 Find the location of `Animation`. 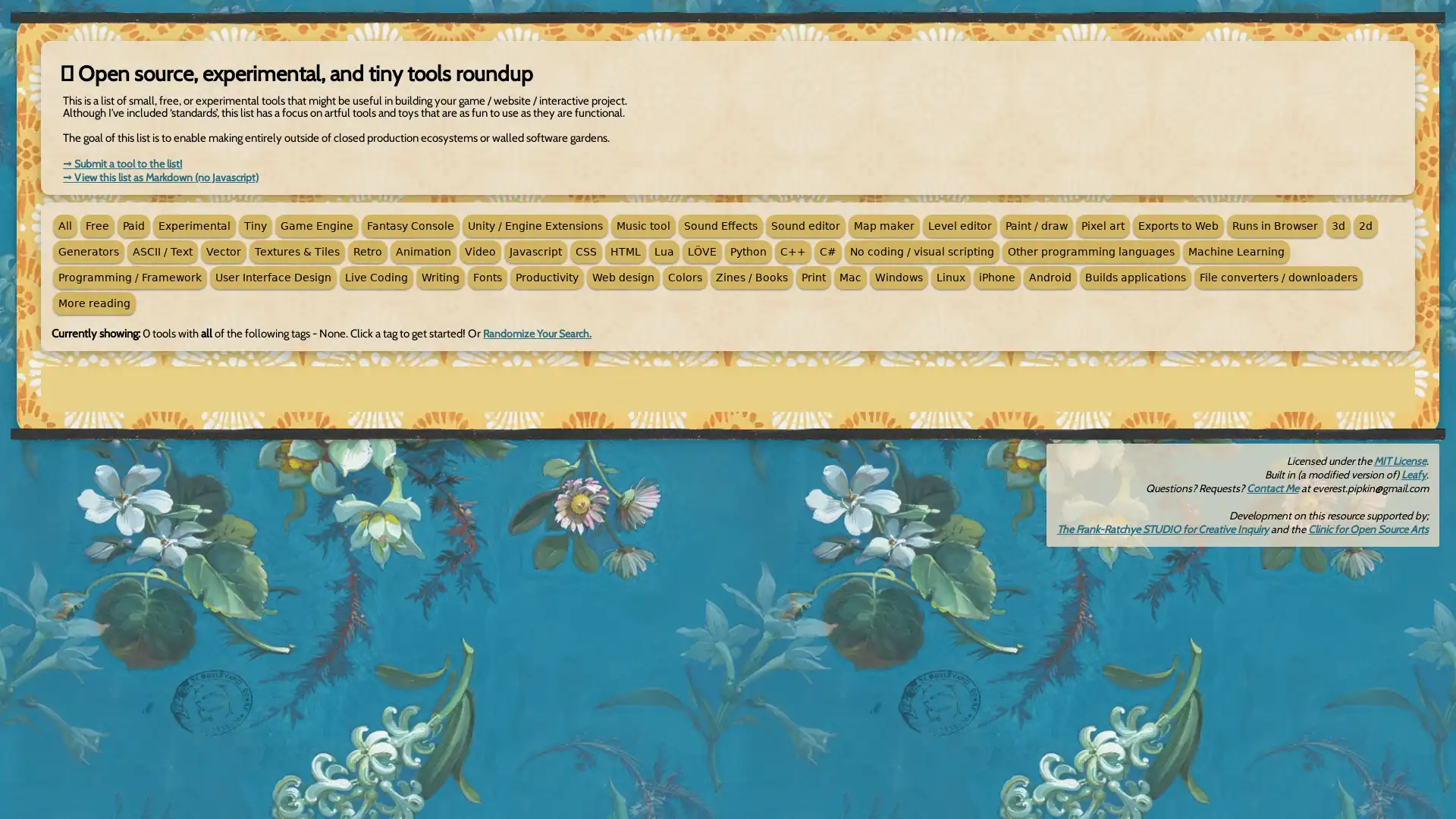

Animation is located at coordinates (423, 250).